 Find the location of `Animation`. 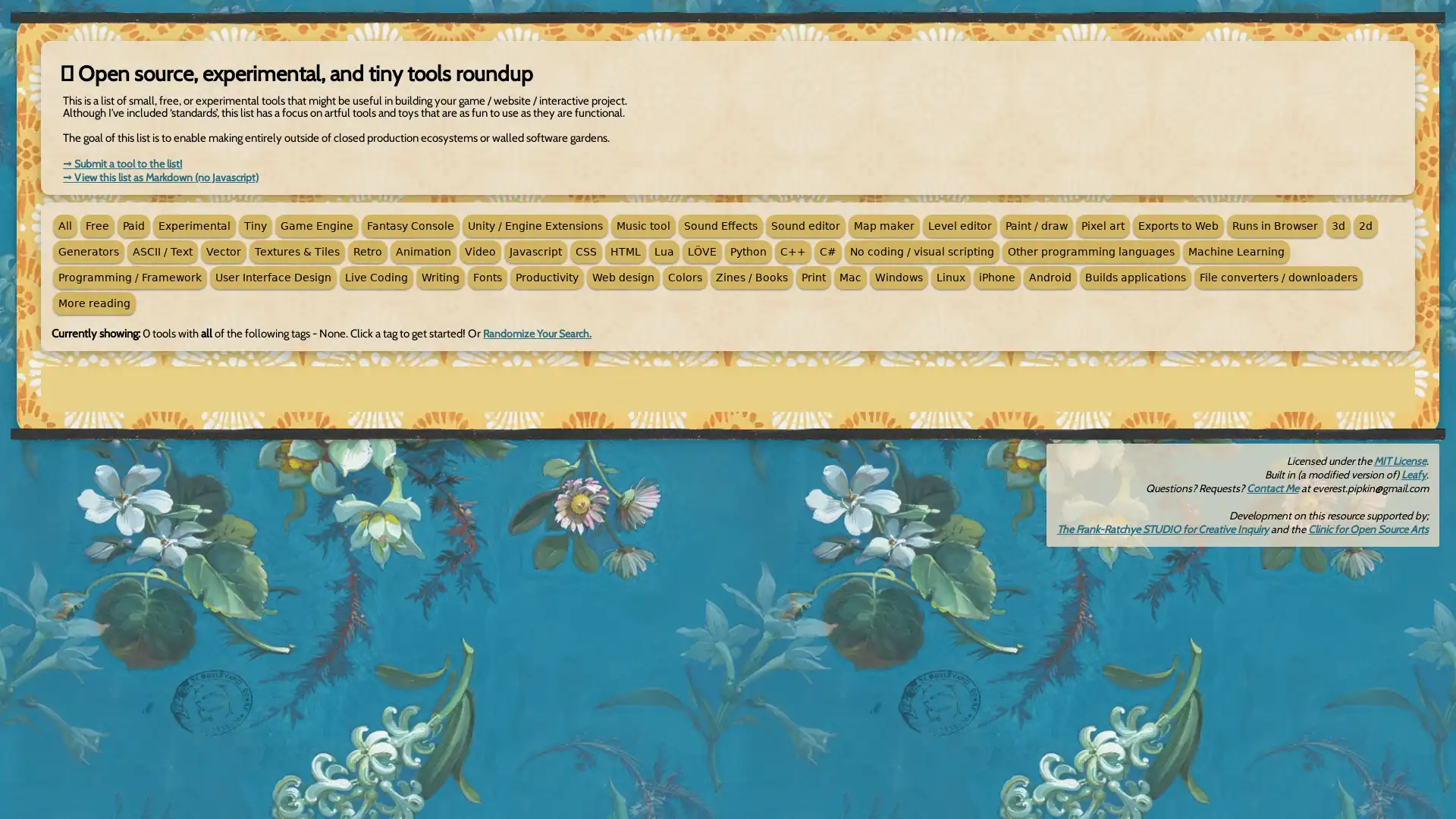

Animation is located at coordinates (423, 250).